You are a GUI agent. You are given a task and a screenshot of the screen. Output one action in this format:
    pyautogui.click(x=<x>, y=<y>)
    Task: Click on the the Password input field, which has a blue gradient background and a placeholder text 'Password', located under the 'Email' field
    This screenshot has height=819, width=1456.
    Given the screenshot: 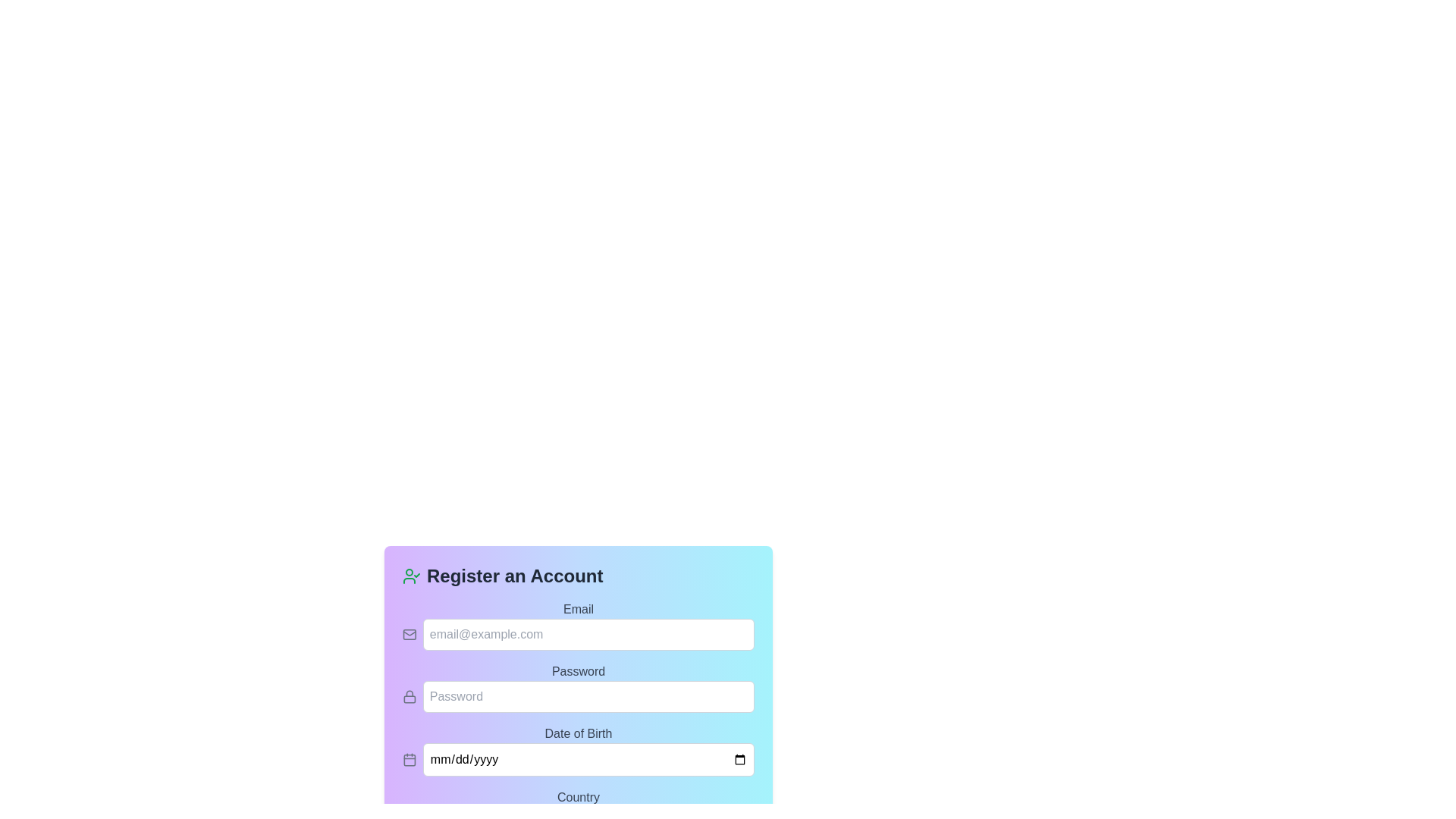 What is the action you would take?
    pyautogui.click(x=578, y=665)
    